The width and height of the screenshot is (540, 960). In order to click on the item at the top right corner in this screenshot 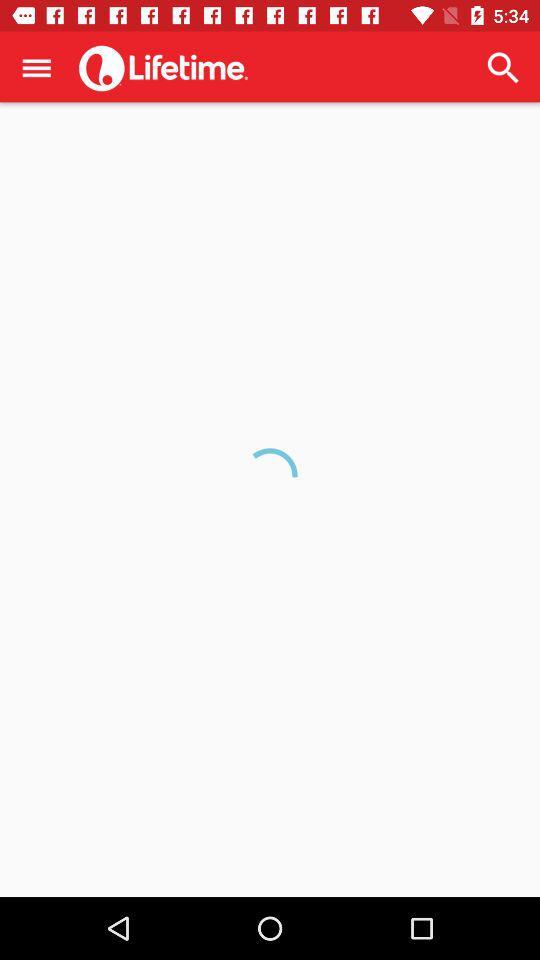, I will do `click(502, 67)`.